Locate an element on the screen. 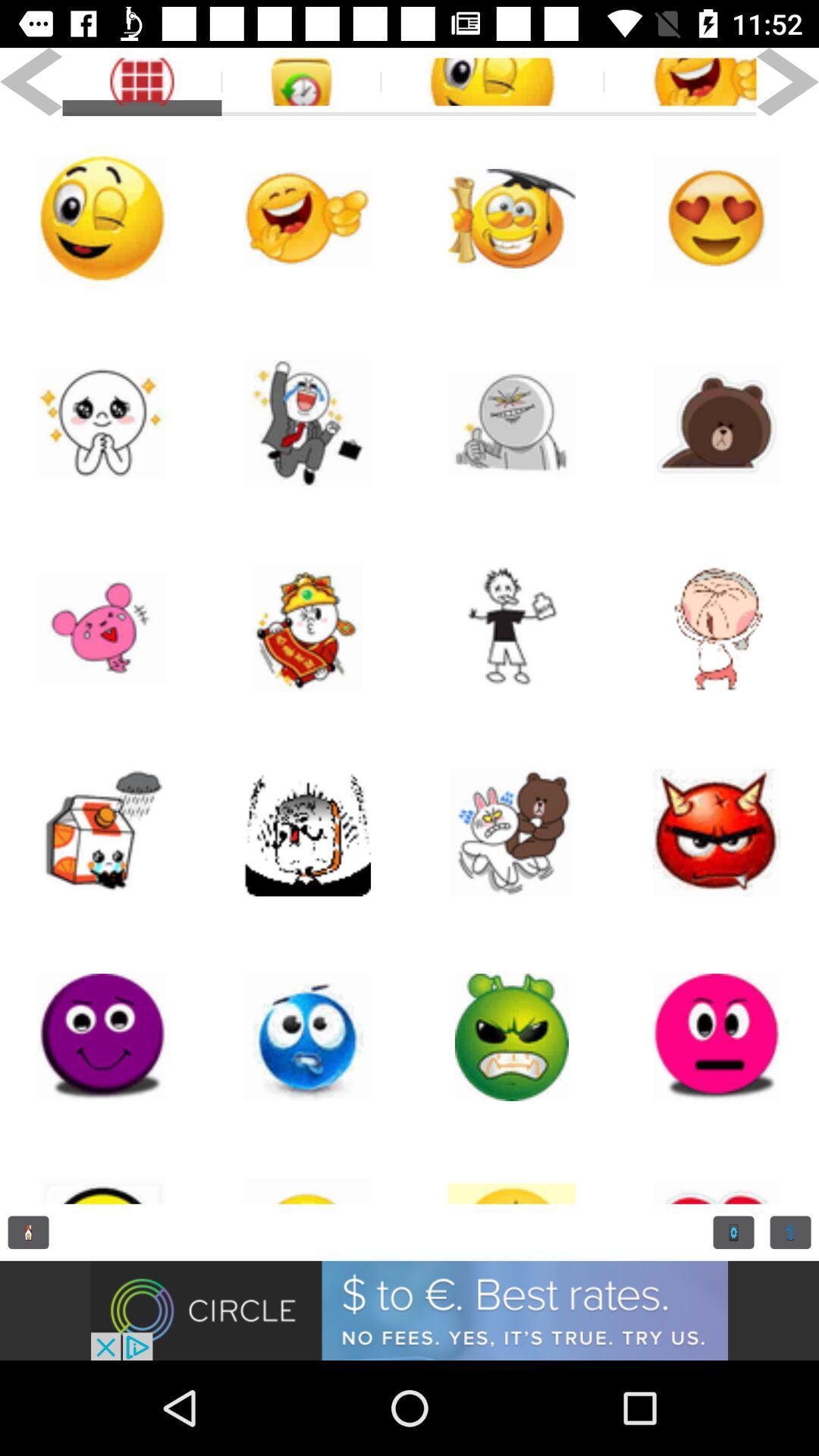 The width and height of the screenshot is (819, 1456). colour picture page is located at coordinates (102, 422).